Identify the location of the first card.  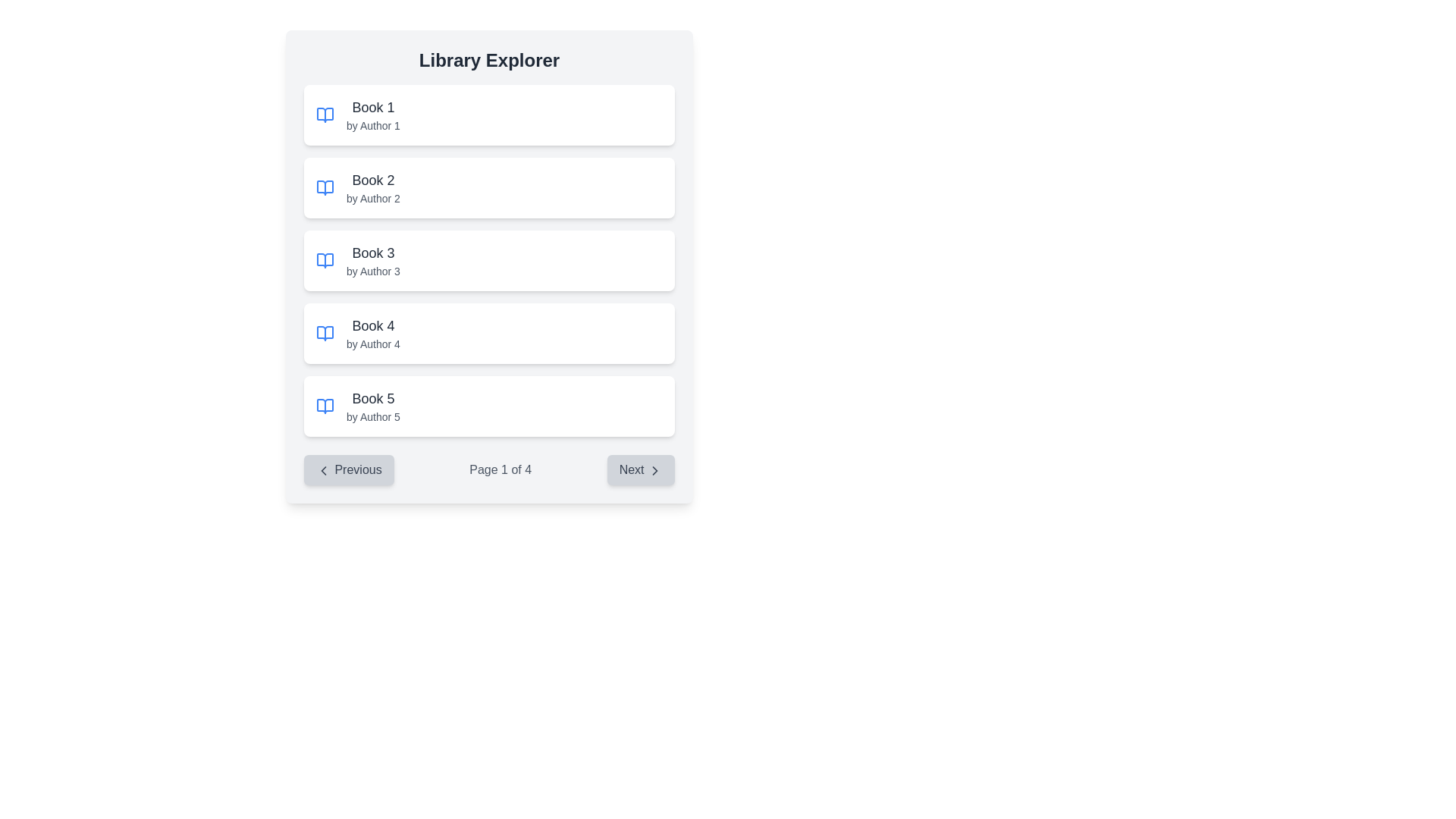
(489, 114).